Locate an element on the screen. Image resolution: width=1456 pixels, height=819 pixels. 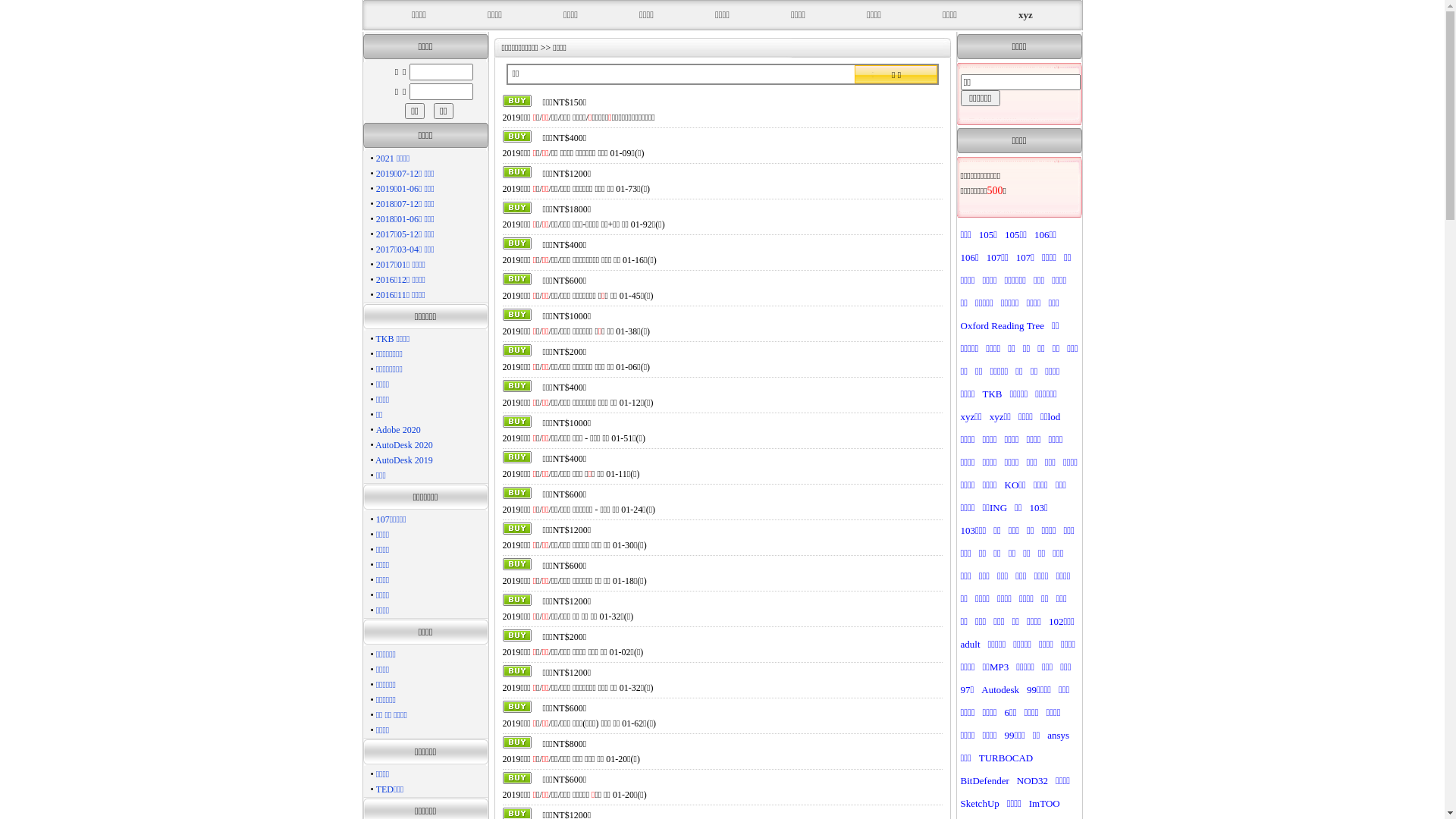
'AutoDesk 2020' is located at coordinates (403, 444).